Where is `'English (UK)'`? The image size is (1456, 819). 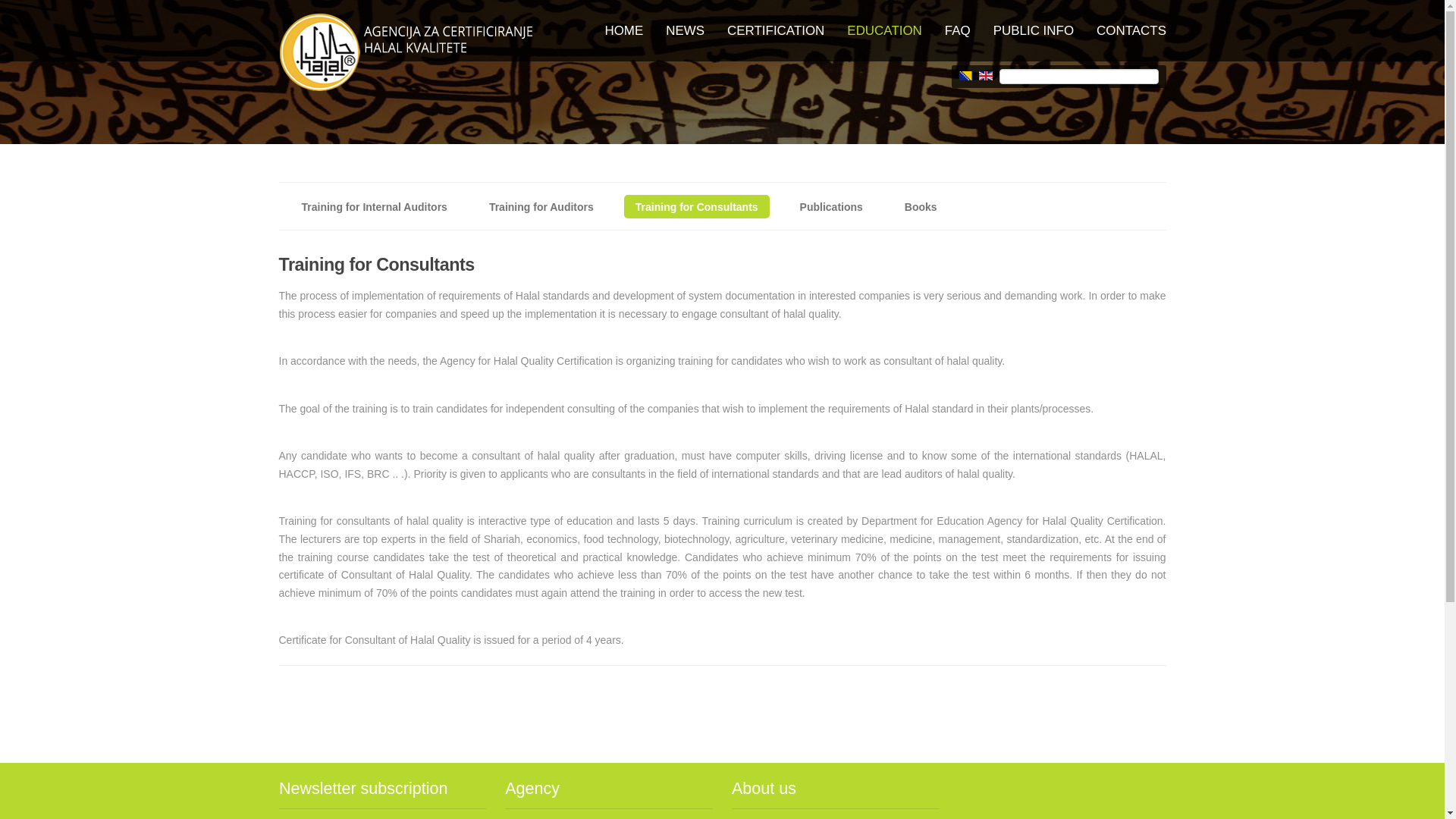 'English (UK)' is located at coordinates (978, 76).